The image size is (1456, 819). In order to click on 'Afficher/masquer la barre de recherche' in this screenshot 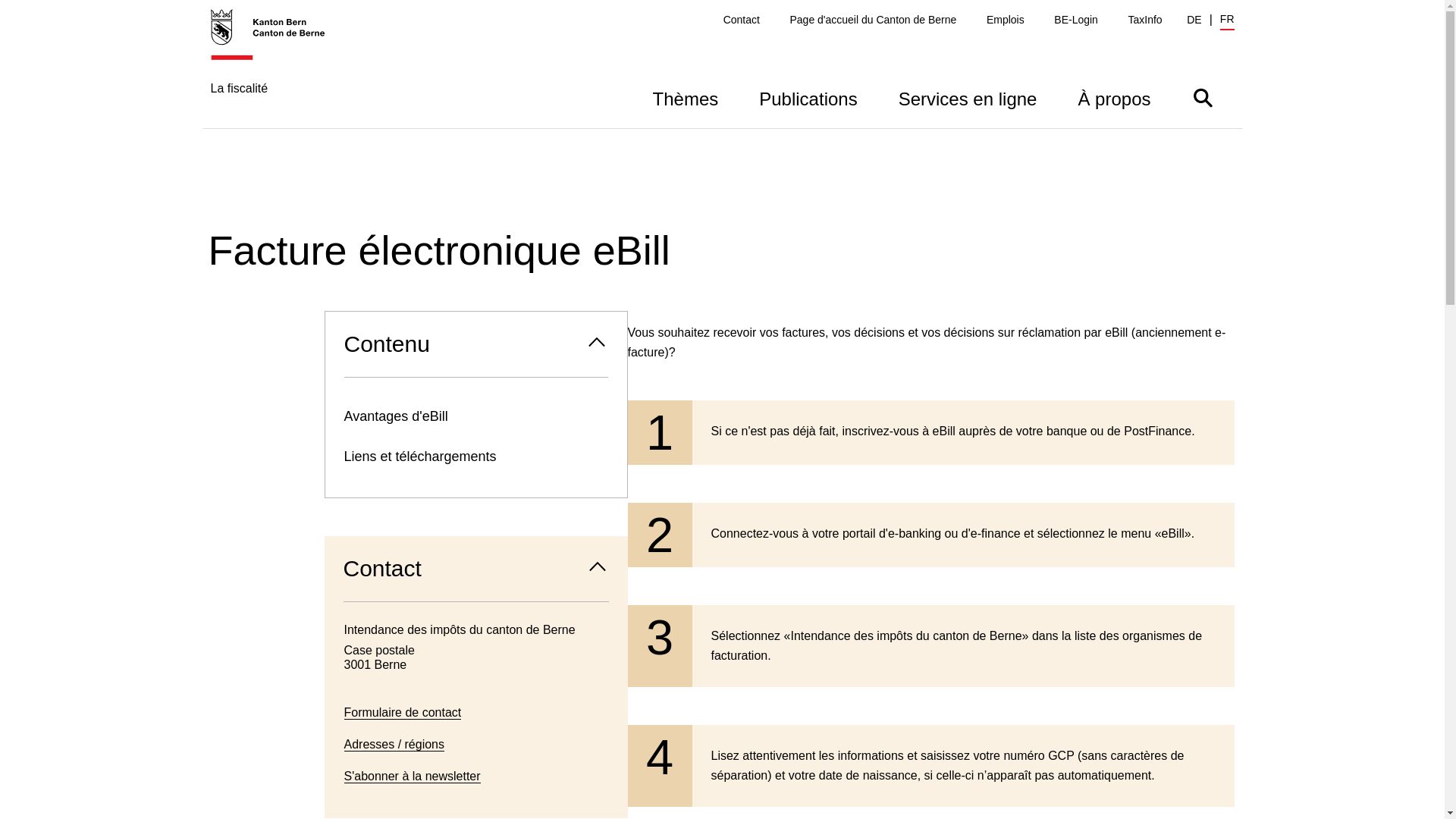, I will do `click(1201, 97)`.